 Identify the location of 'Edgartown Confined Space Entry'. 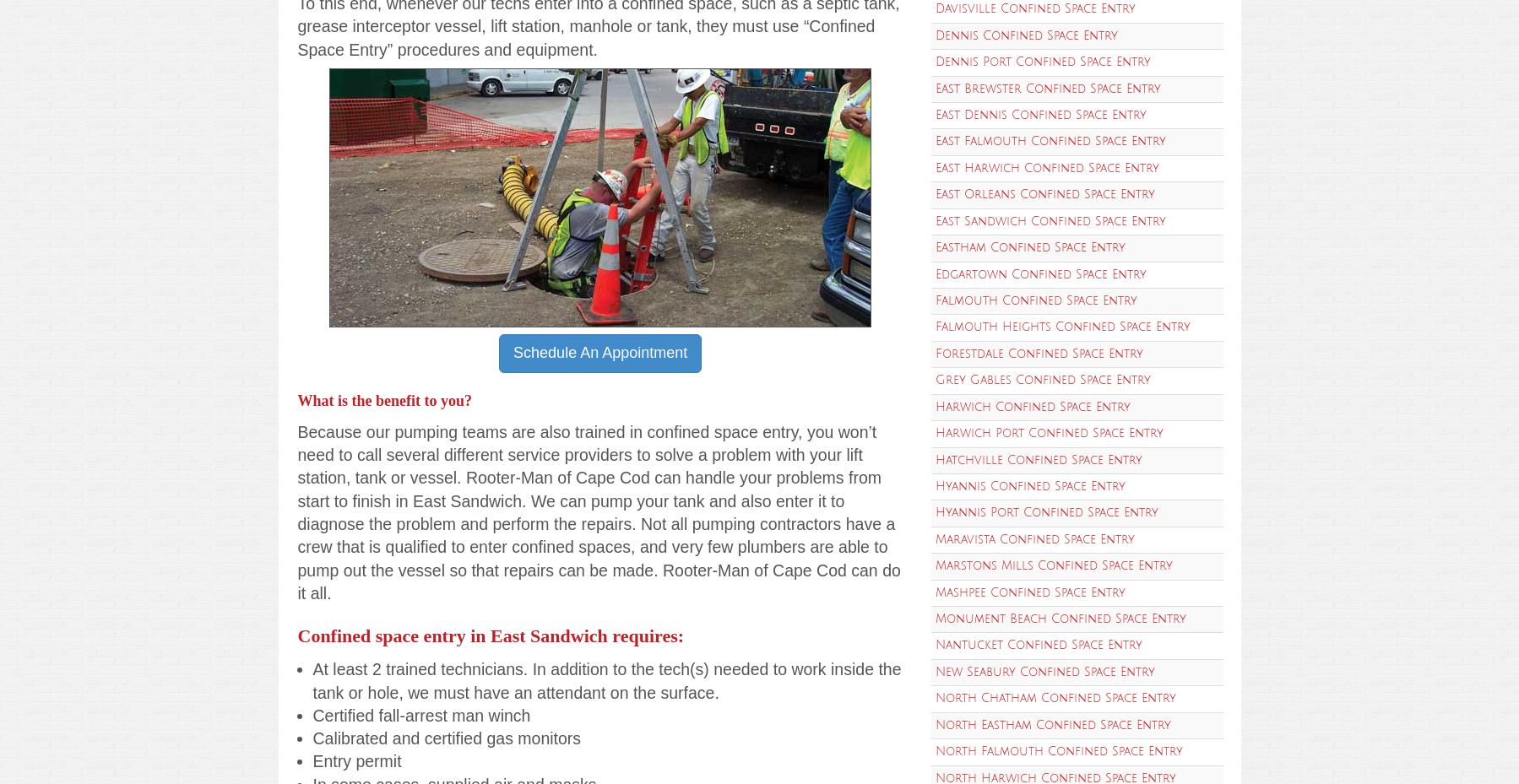
(1039, 273).